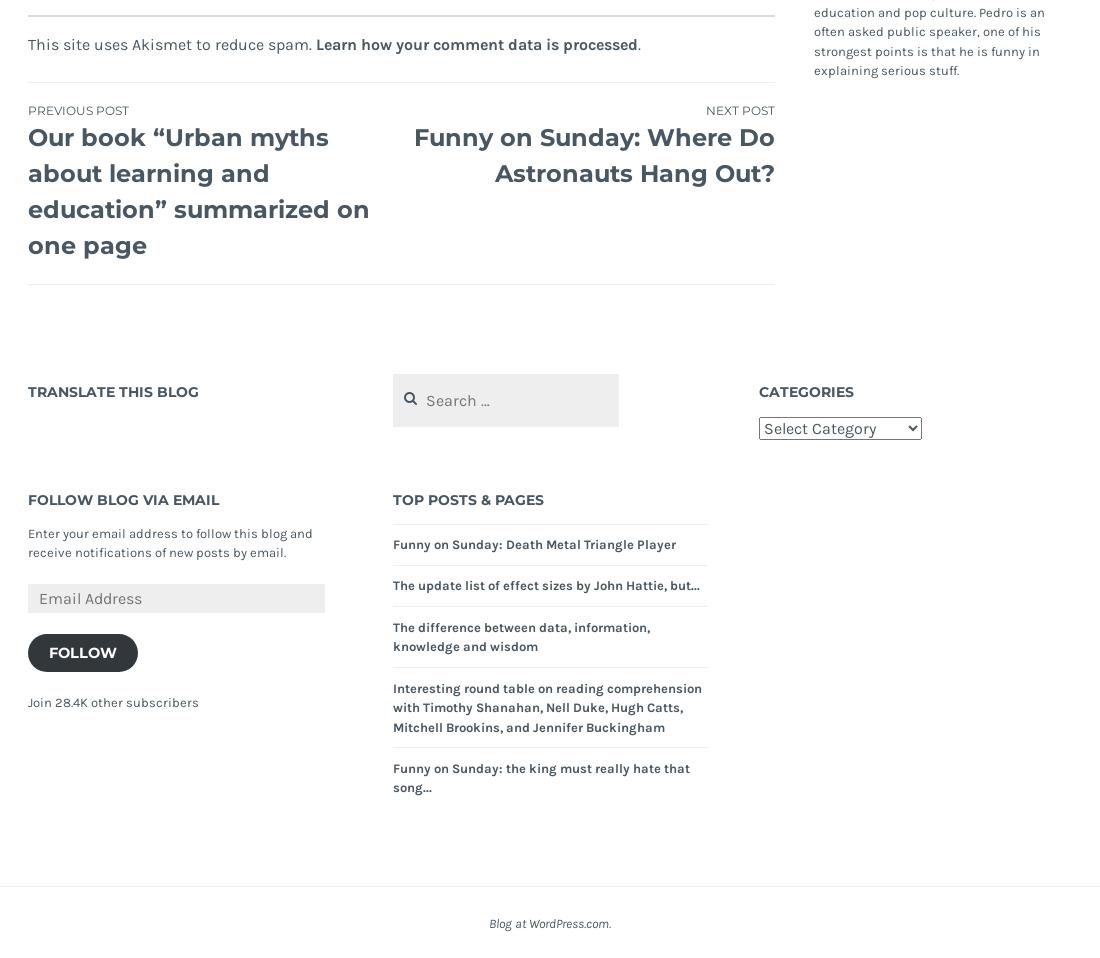  I want to click on 'Top Posts & Pages', so click(393, 498).